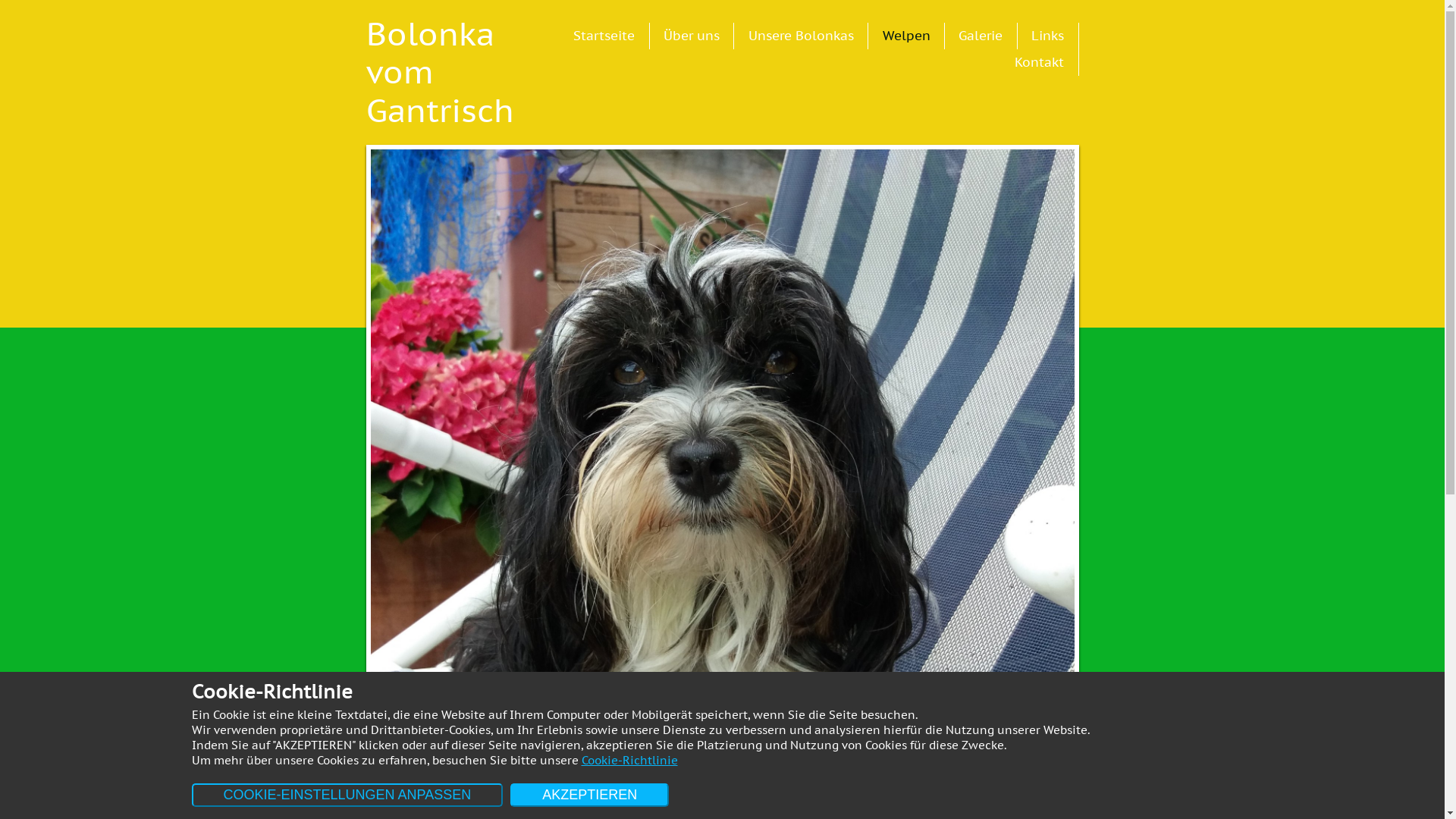 This screenshot has width=1456, height=819. I want to click on 'Unsere Bolonkas', so click(800, 34).